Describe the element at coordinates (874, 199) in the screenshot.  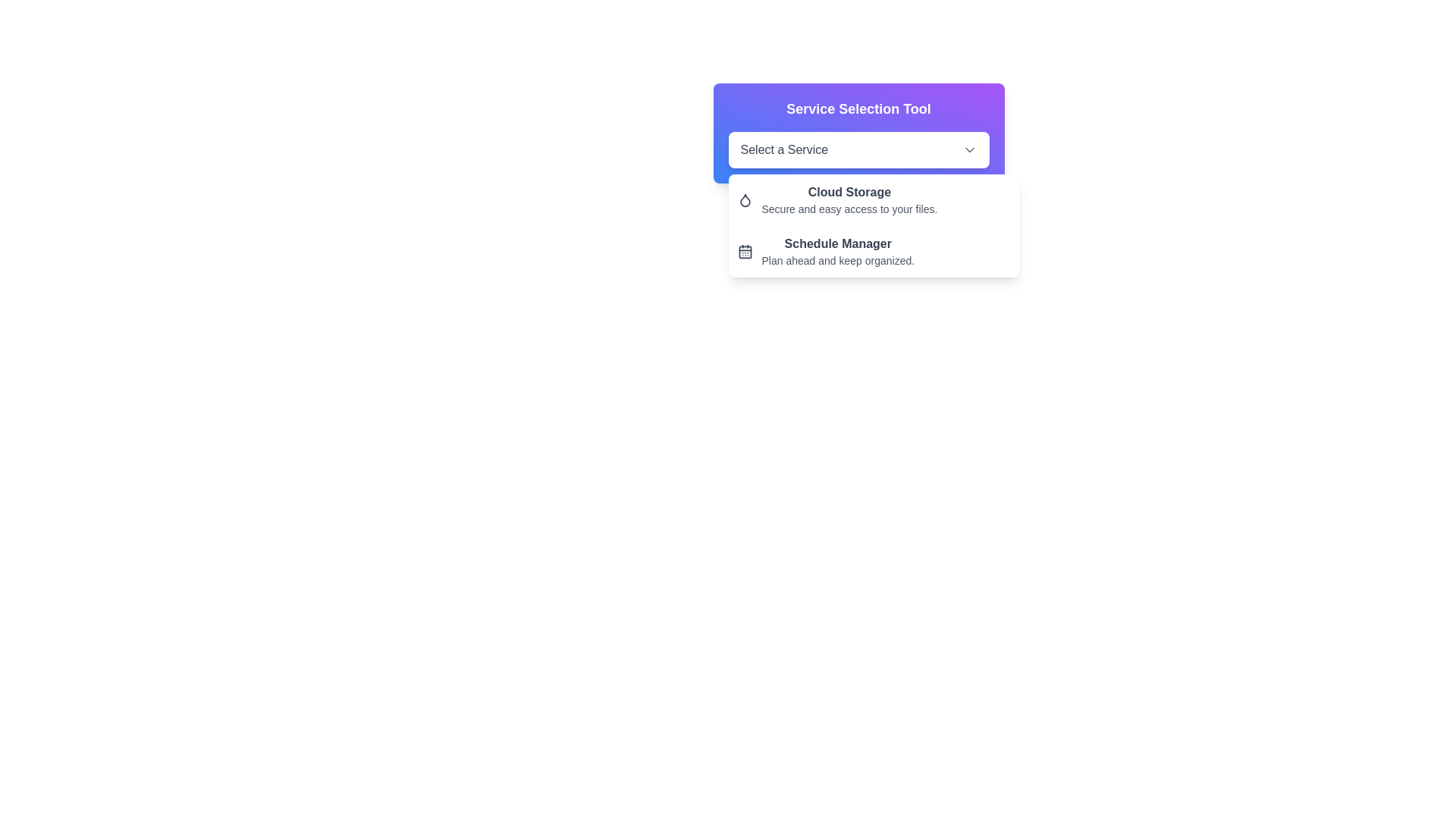
I see `the first list item in the dropdown menu labeled 'Cloud Storage' under the 'Service Selection Tool' header` at that location.